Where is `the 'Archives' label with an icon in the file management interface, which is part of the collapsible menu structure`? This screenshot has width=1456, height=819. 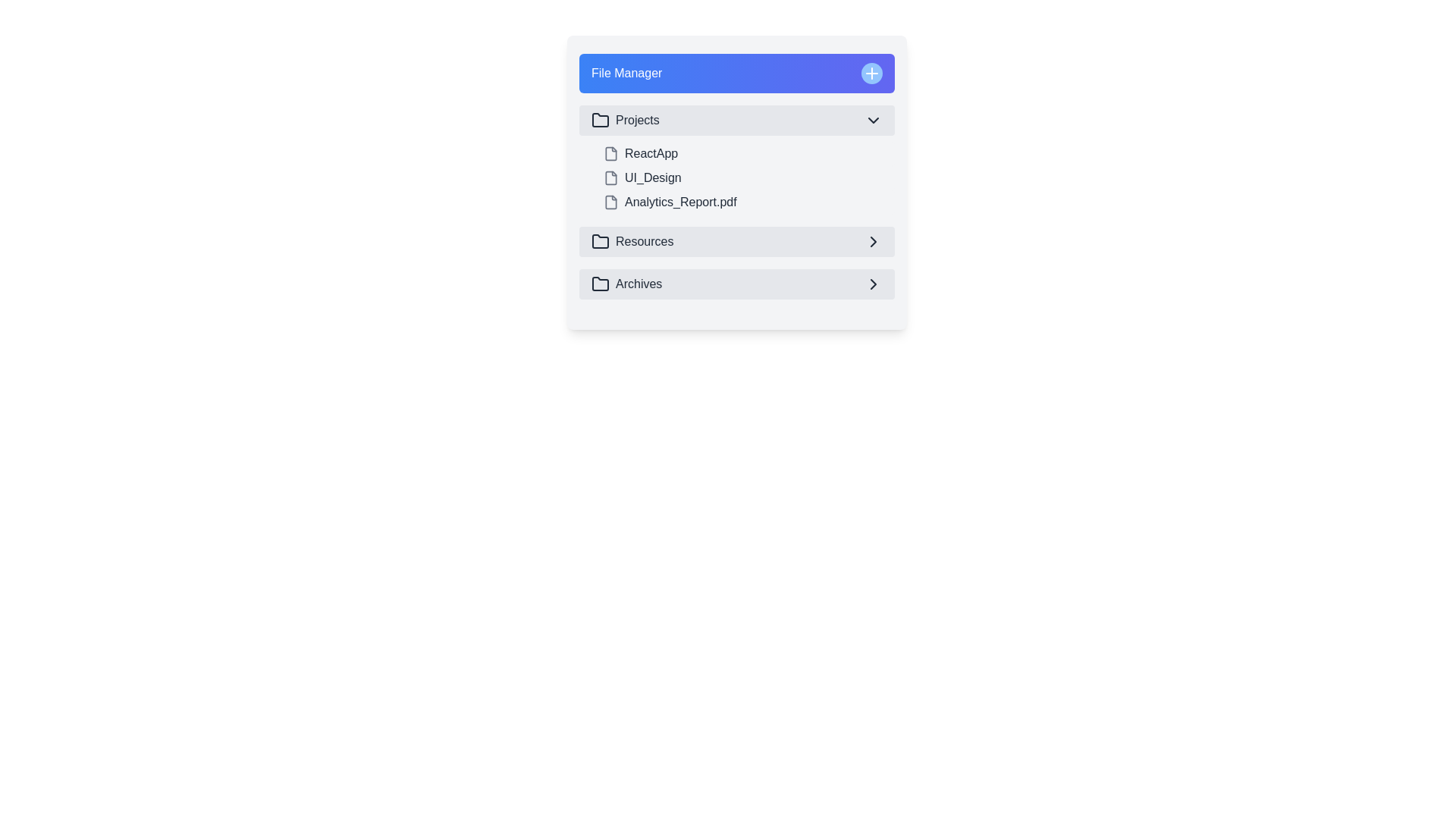 the 'Archives' label with an icon in the file management interface, which is part of the collapsible menu structure is located at coordinates (626, 284).